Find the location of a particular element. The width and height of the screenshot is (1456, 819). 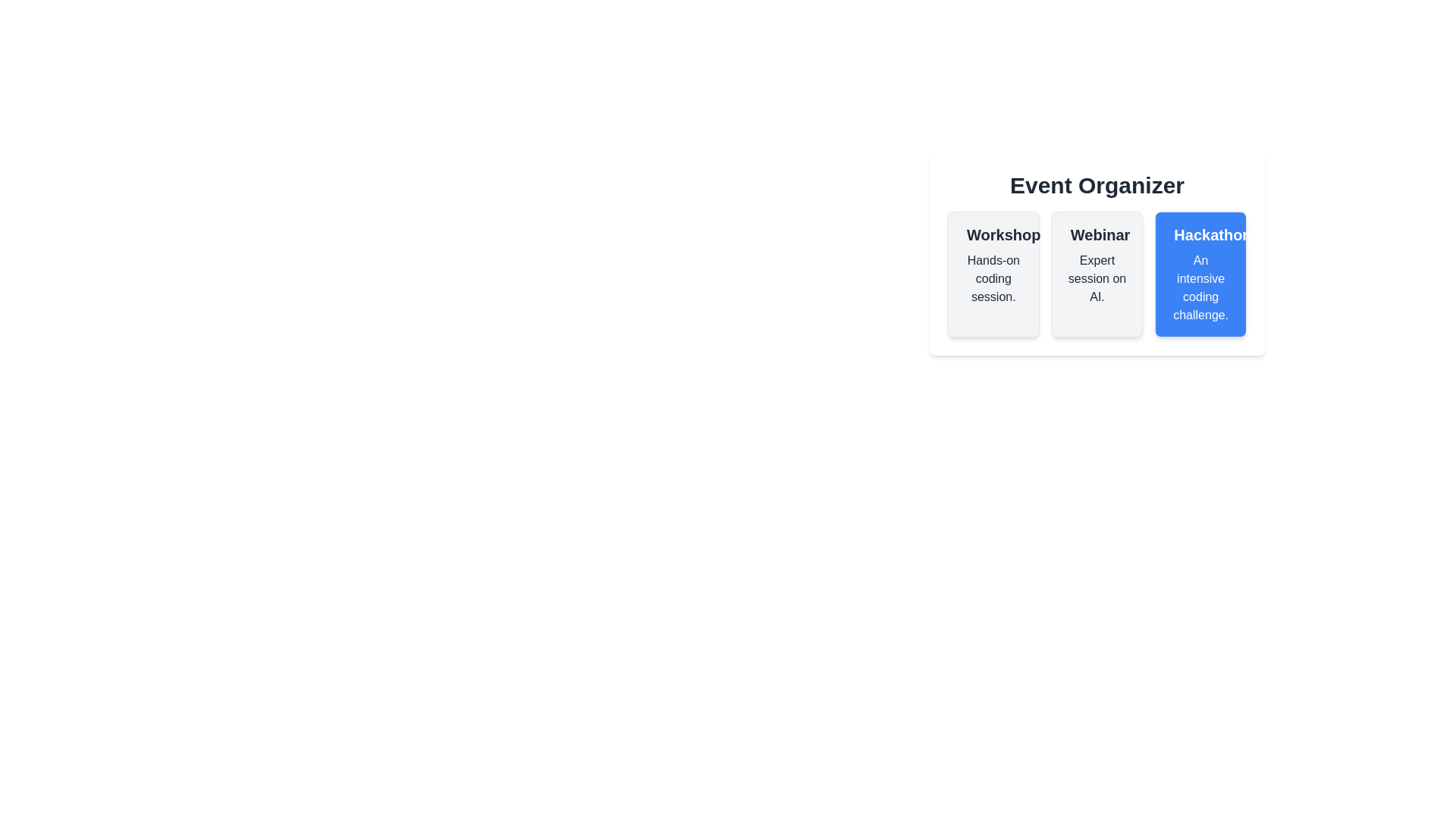

the event card 'Workshop' is located at coordinates (993, 275).